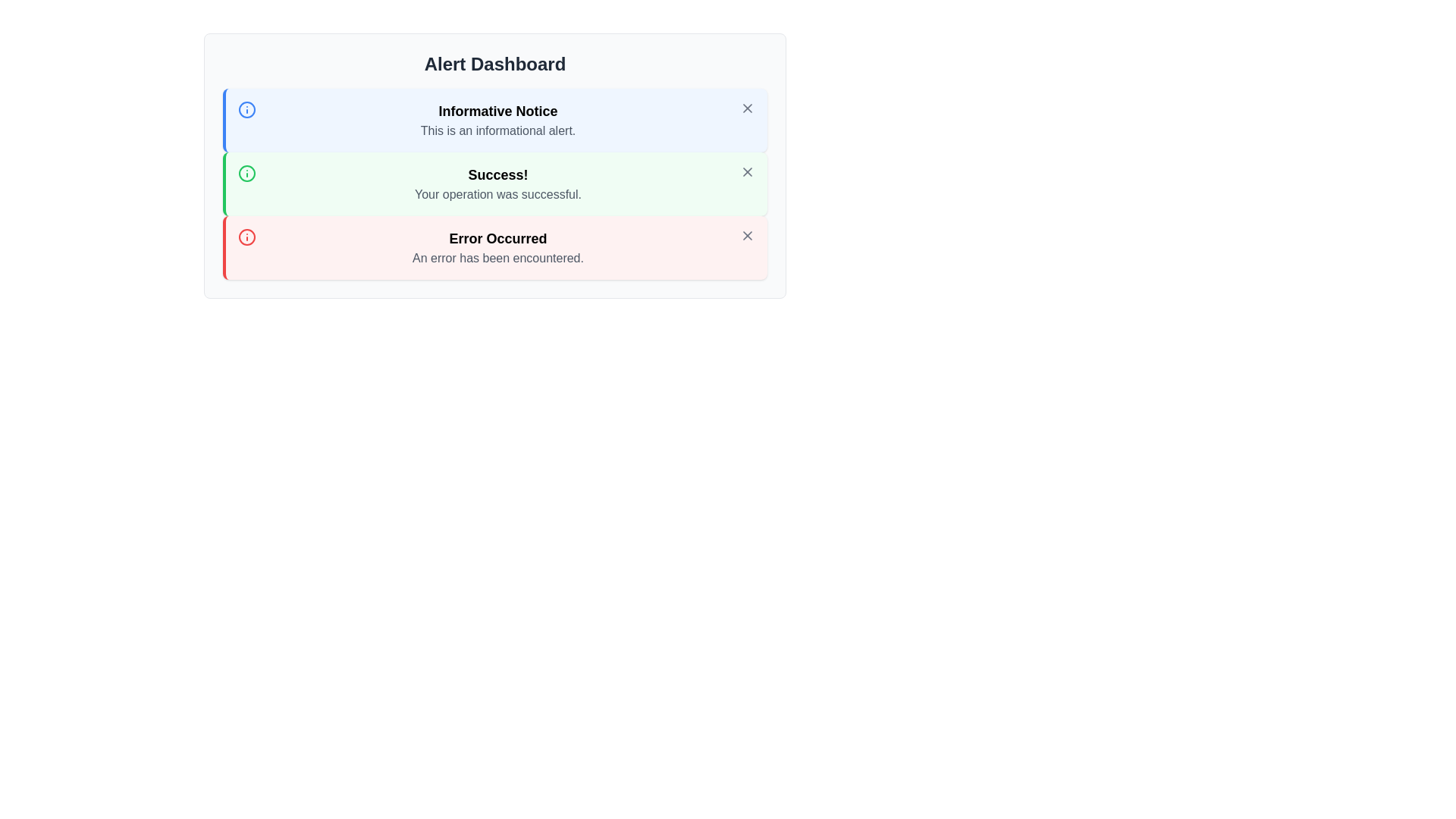 The height and width of the screenshot is (819, 1456). I want to click on the 'Alert Dashboard' text header, which is styled in a bold, large font and colored dark gray, located above the alert messages, so click(494, 63).